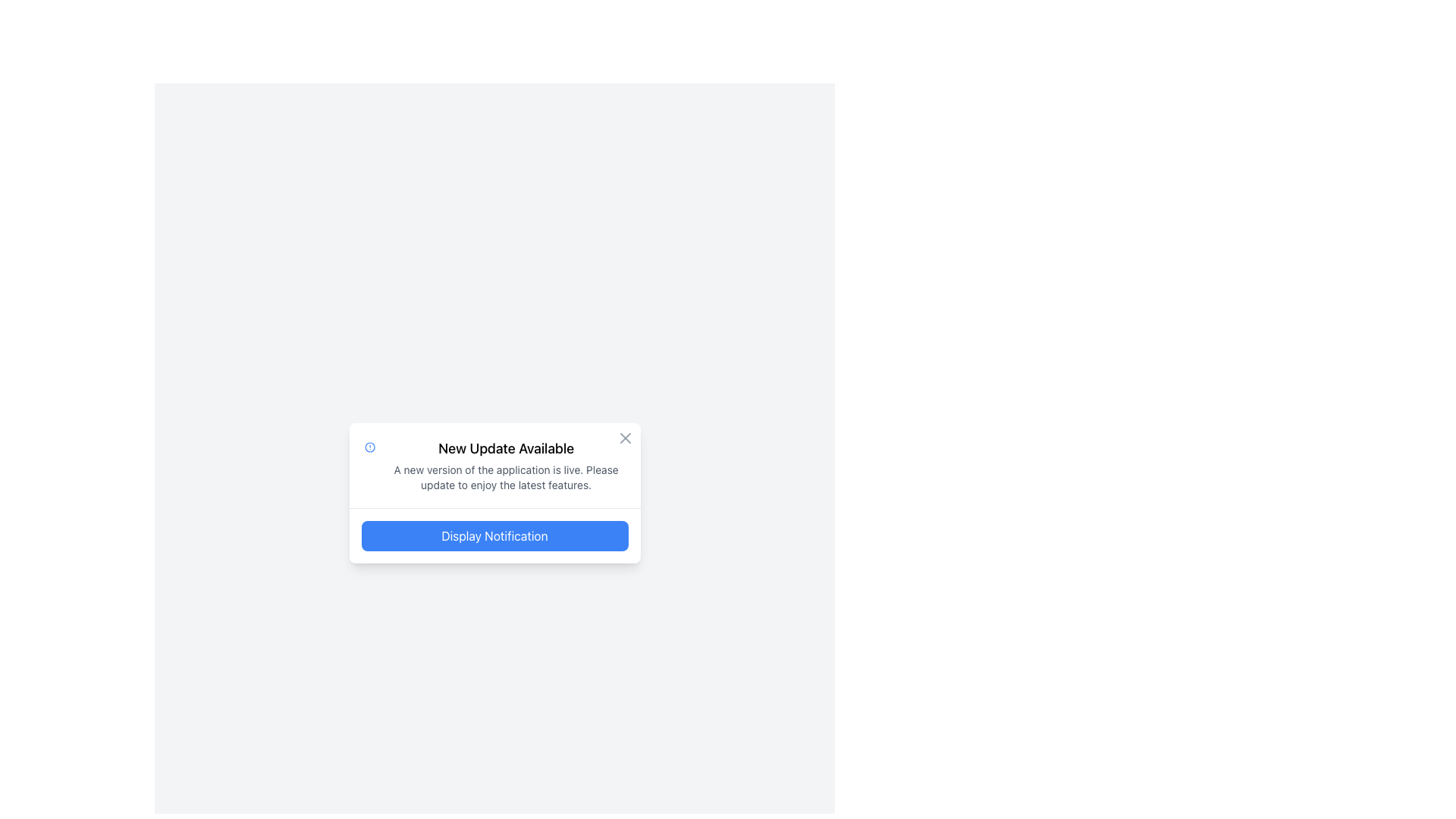 The height and width of the screenshot is (819, 1456). What do you see at coordinates (625, 438) in the screenshot?
I see `the minimalistic diagonal cross icon located in the top-right corner of the notification modal` at bounding box center [625, 438].